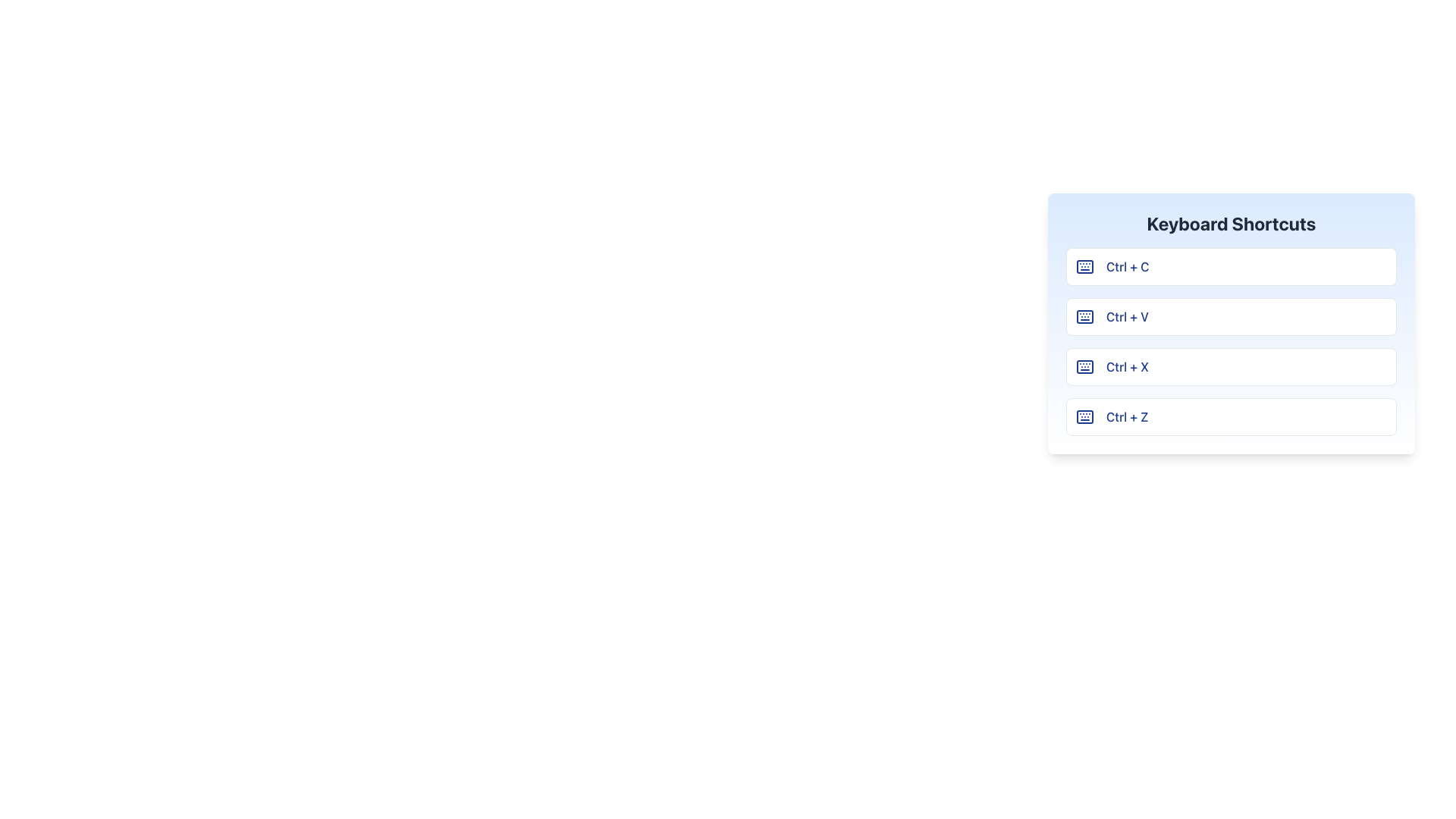 This screenshot has height=819, width=1456. I want to click on the keyboard shortcut icon indicating 'Ctrl + C', located at the leftmost position of the first shortcut row, so click(1084, 265).